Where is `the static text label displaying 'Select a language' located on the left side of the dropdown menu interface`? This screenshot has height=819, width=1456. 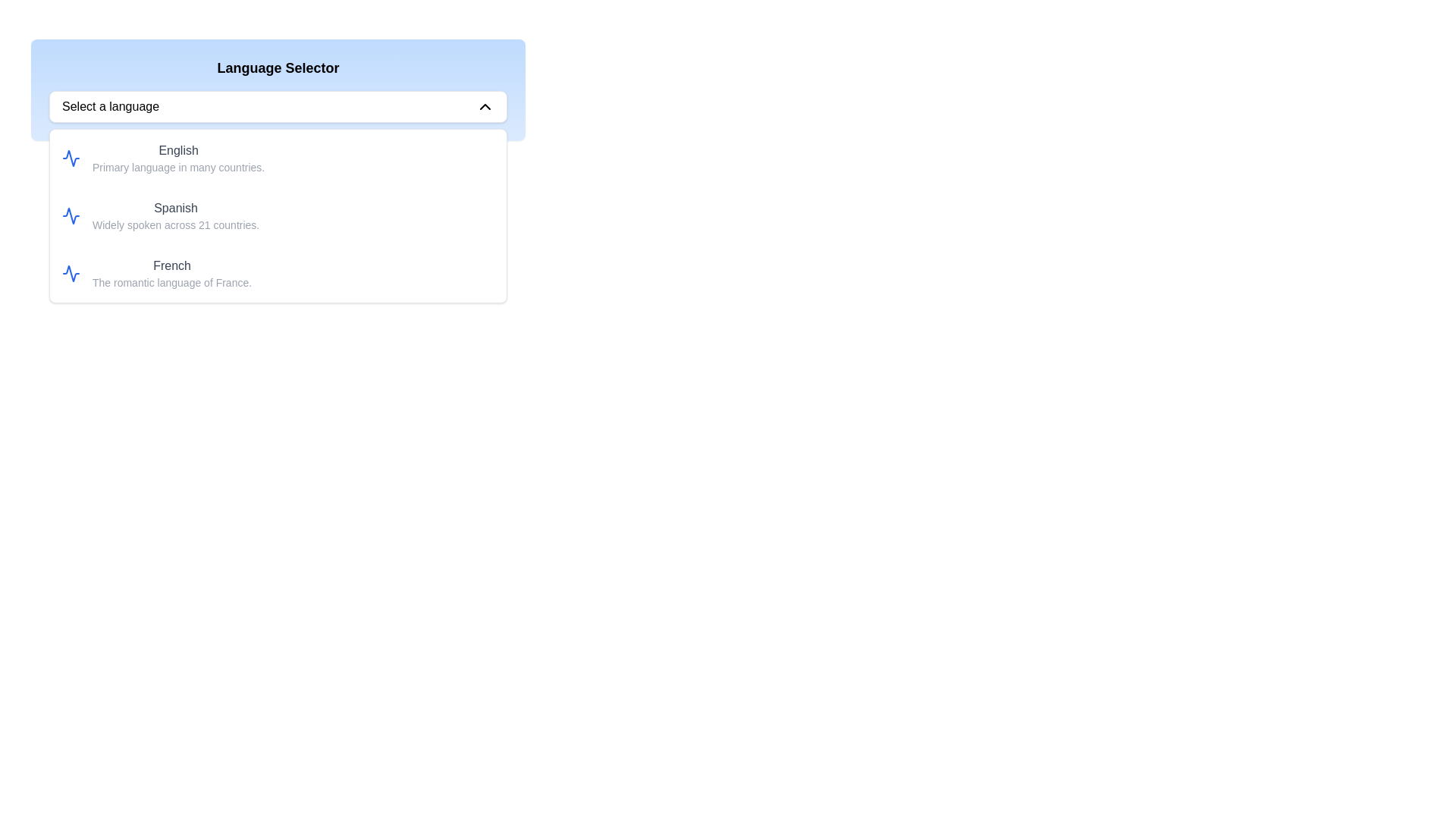
the static text label displaying 'Select a language' located on the left side of the dropdown menu interface is located at coordinates (110, 106).